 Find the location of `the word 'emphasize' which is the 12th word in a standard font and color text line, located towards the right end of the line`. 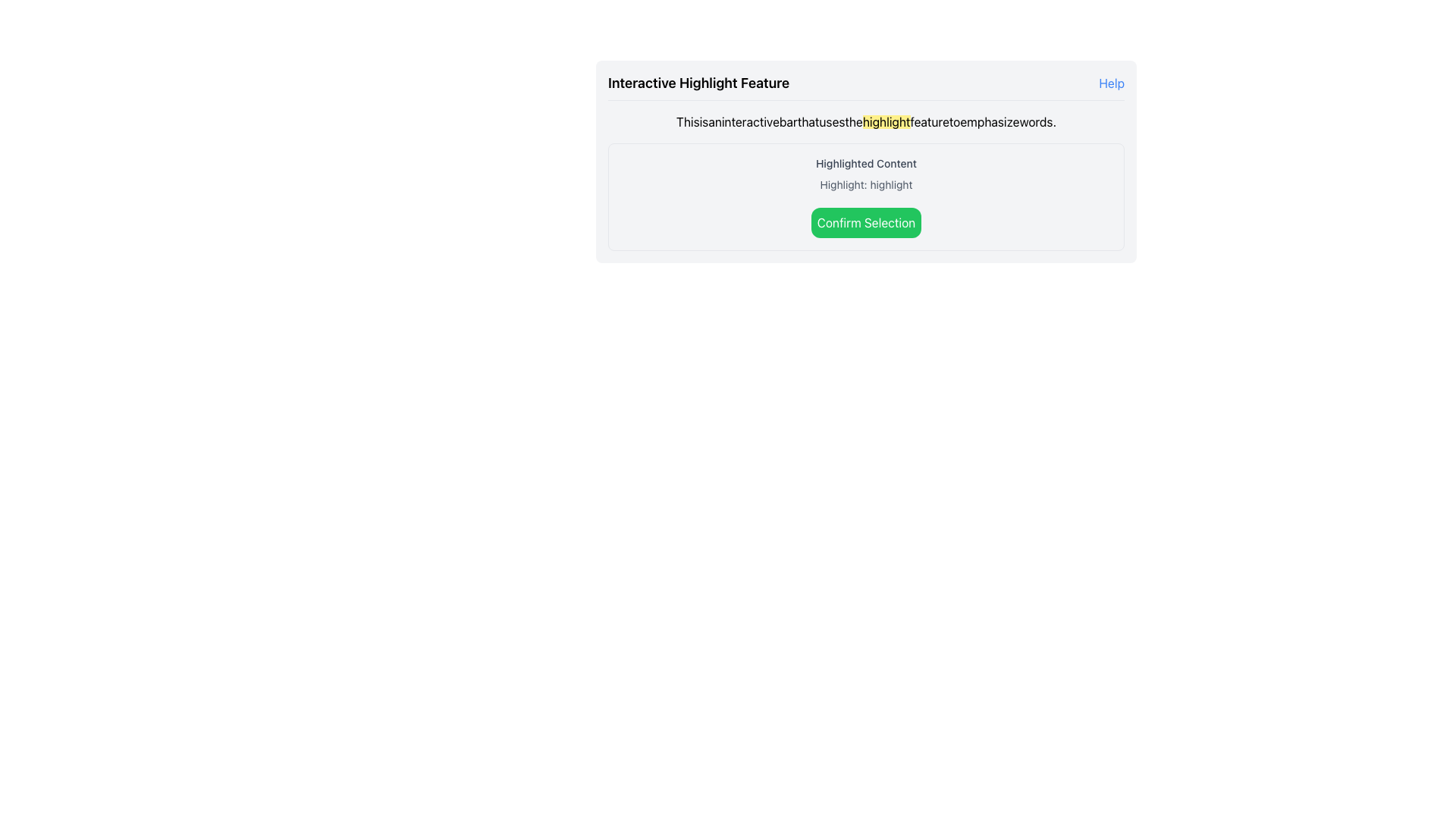

the word 'emphasize' which is the 12th word in a standard font and color text line, located towards the right end of the line is located at coordinates (990, 121).